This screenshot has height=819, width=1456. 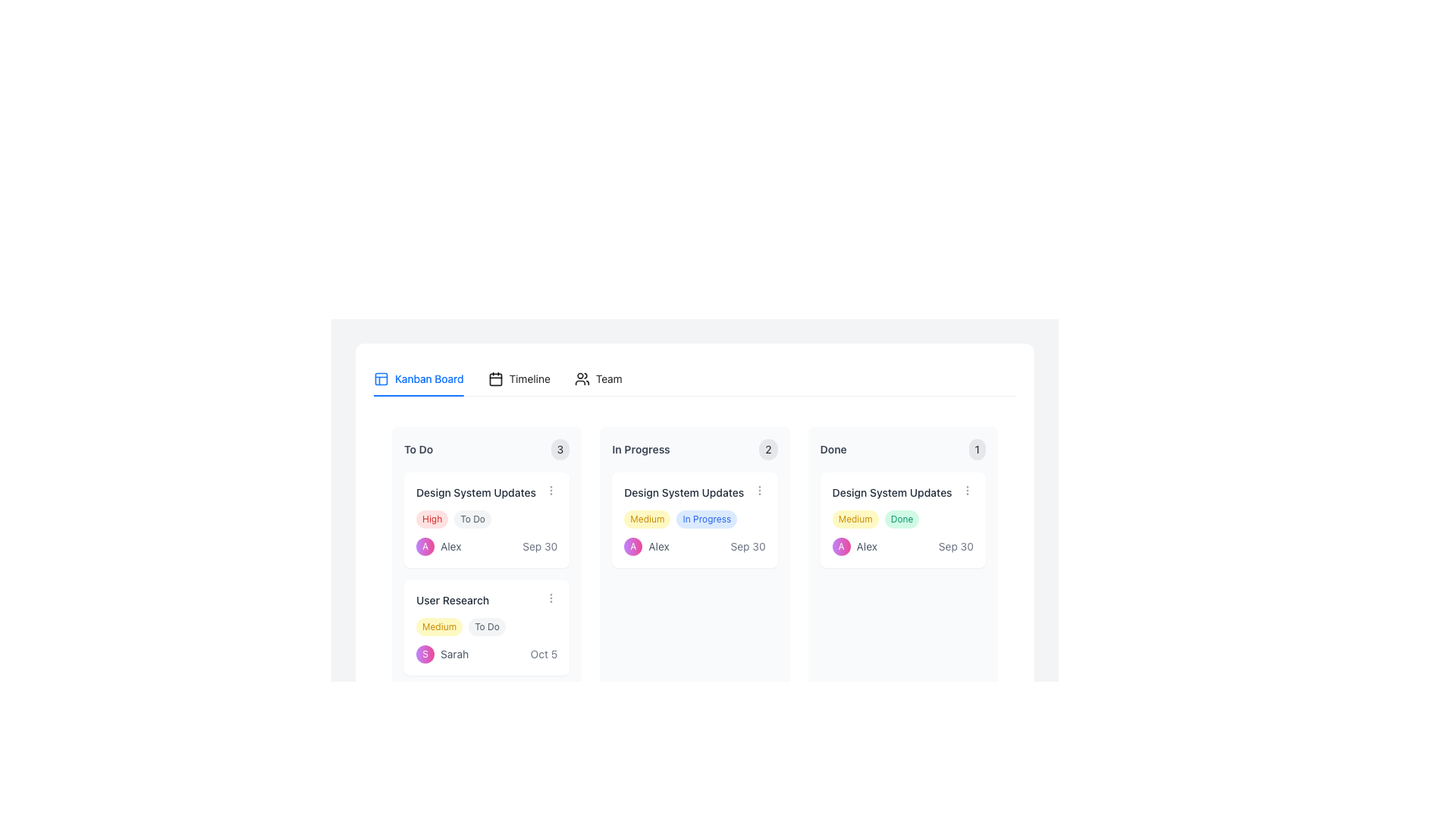 I want to click on the Tab Navigation Bar located at the top-center of the layout, so click(x=694, y=378).